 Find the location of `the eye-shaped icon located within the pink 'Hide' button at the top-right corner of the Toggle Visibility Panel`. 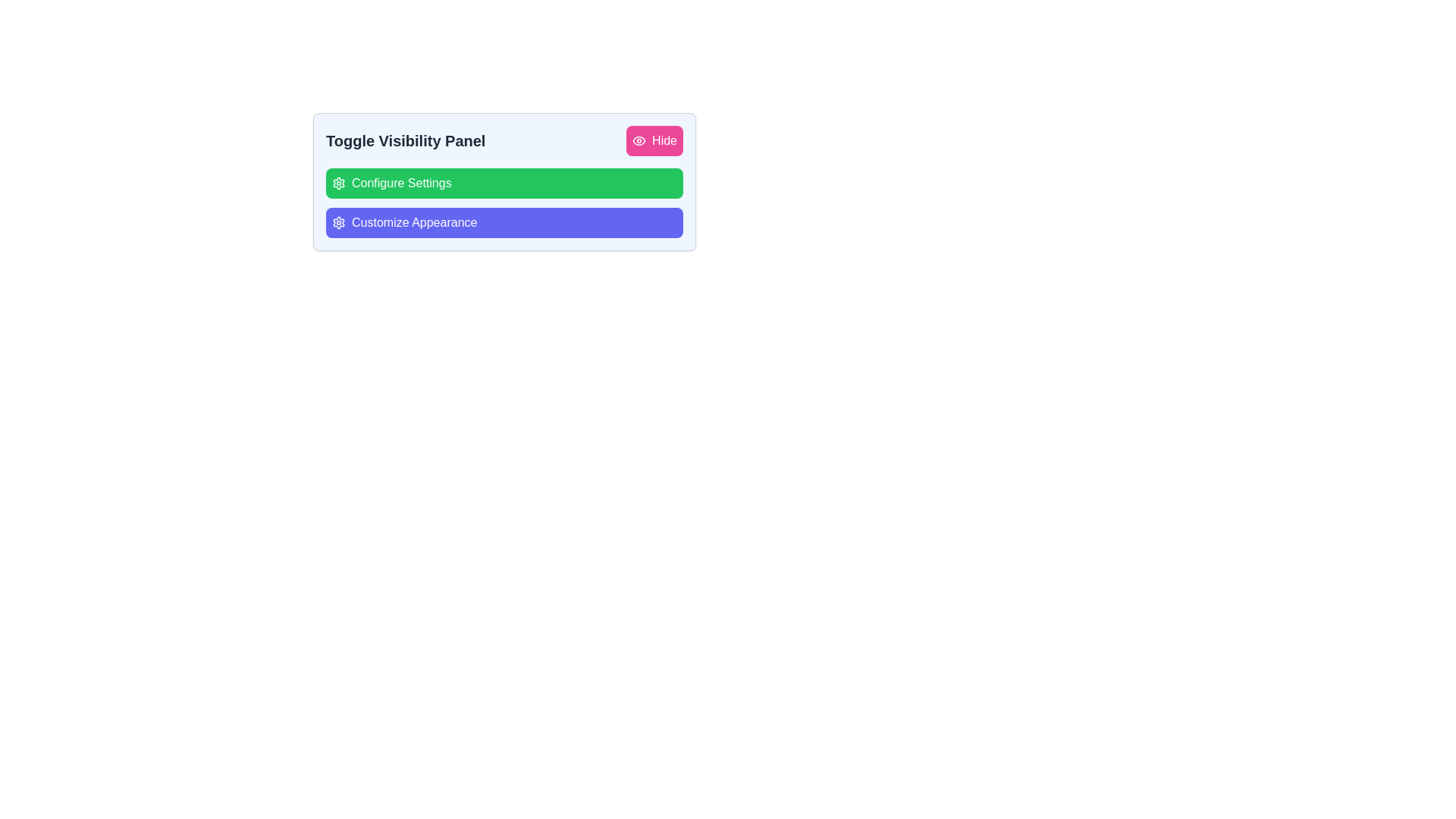

the eye-shaped icon located within the pink 'Hide' button at the top-right corner of the Toggle Visibility Panel is located at coordinates (639, 140).